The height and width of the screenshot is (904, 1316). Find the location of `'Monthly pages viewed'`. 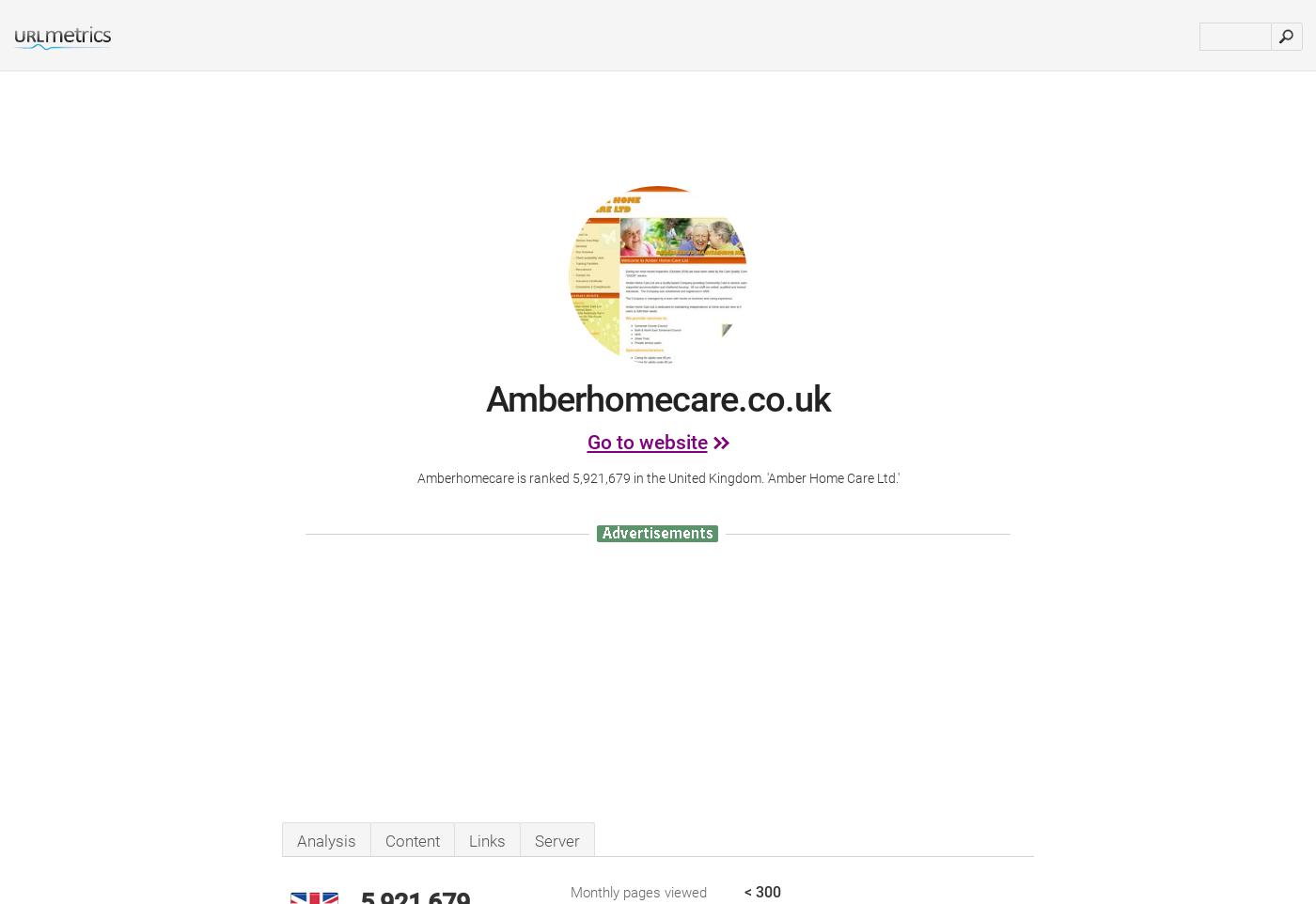

'Monthly pages viewed' is located at coordinates (638, 892).